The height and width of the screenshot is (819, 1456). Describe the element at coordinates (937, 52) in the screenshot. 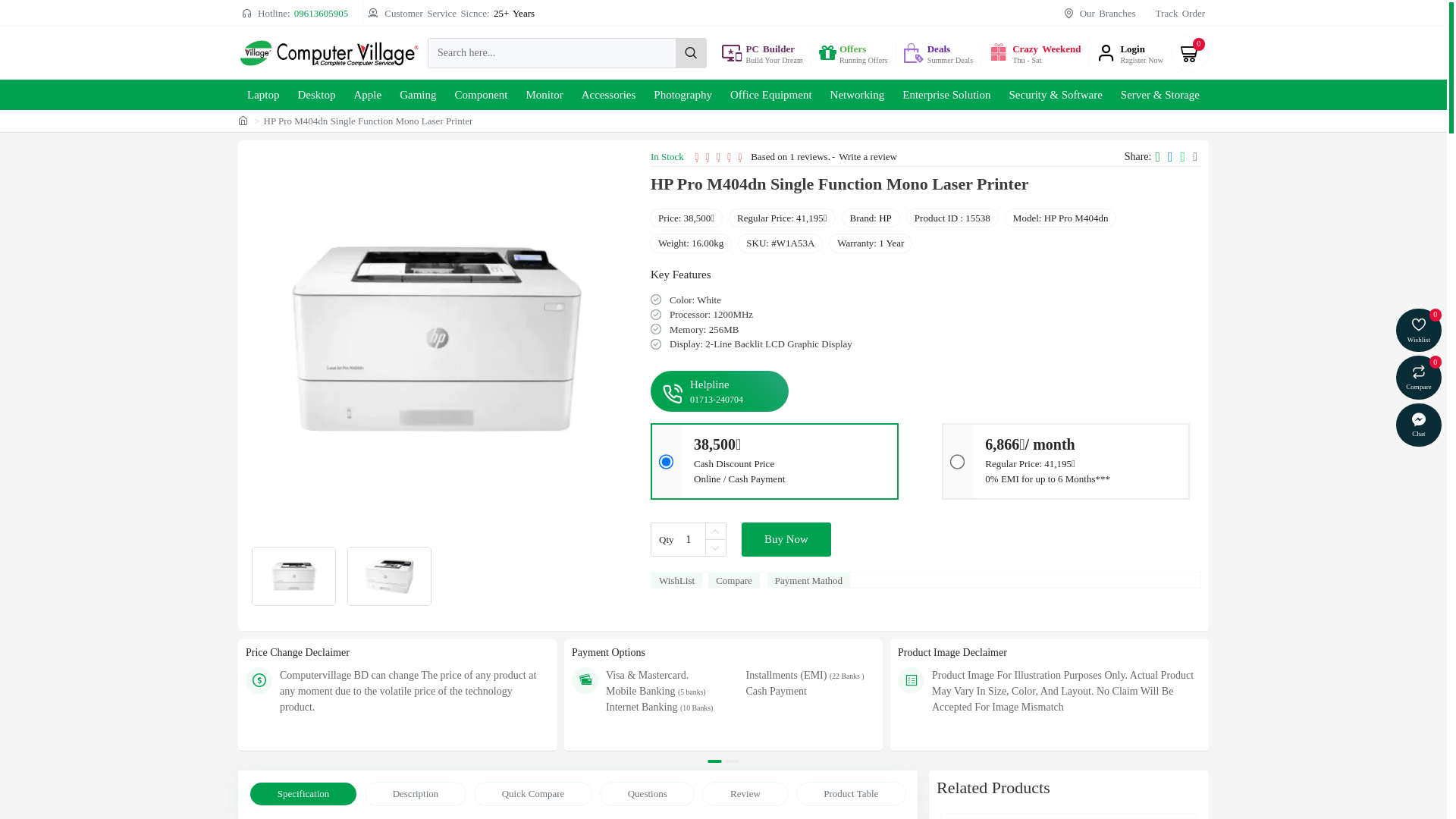

I see `'Deals` at that location.